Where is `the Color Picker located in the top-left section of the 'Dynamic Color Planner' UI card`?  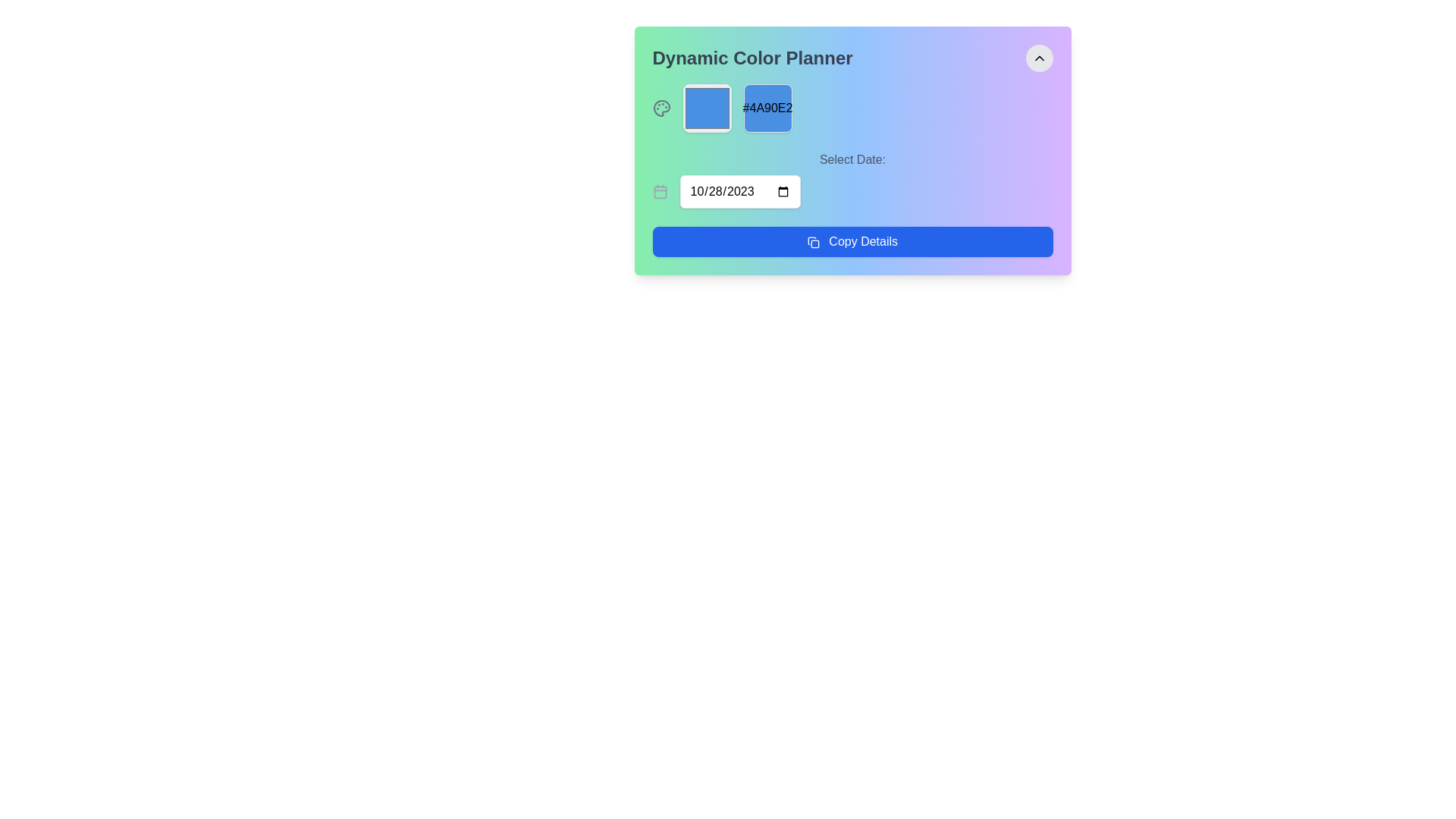 the Color Picker located in the top-left section of the 'Dynamic Color Planner' UI card is located at coordinates (706, 107).